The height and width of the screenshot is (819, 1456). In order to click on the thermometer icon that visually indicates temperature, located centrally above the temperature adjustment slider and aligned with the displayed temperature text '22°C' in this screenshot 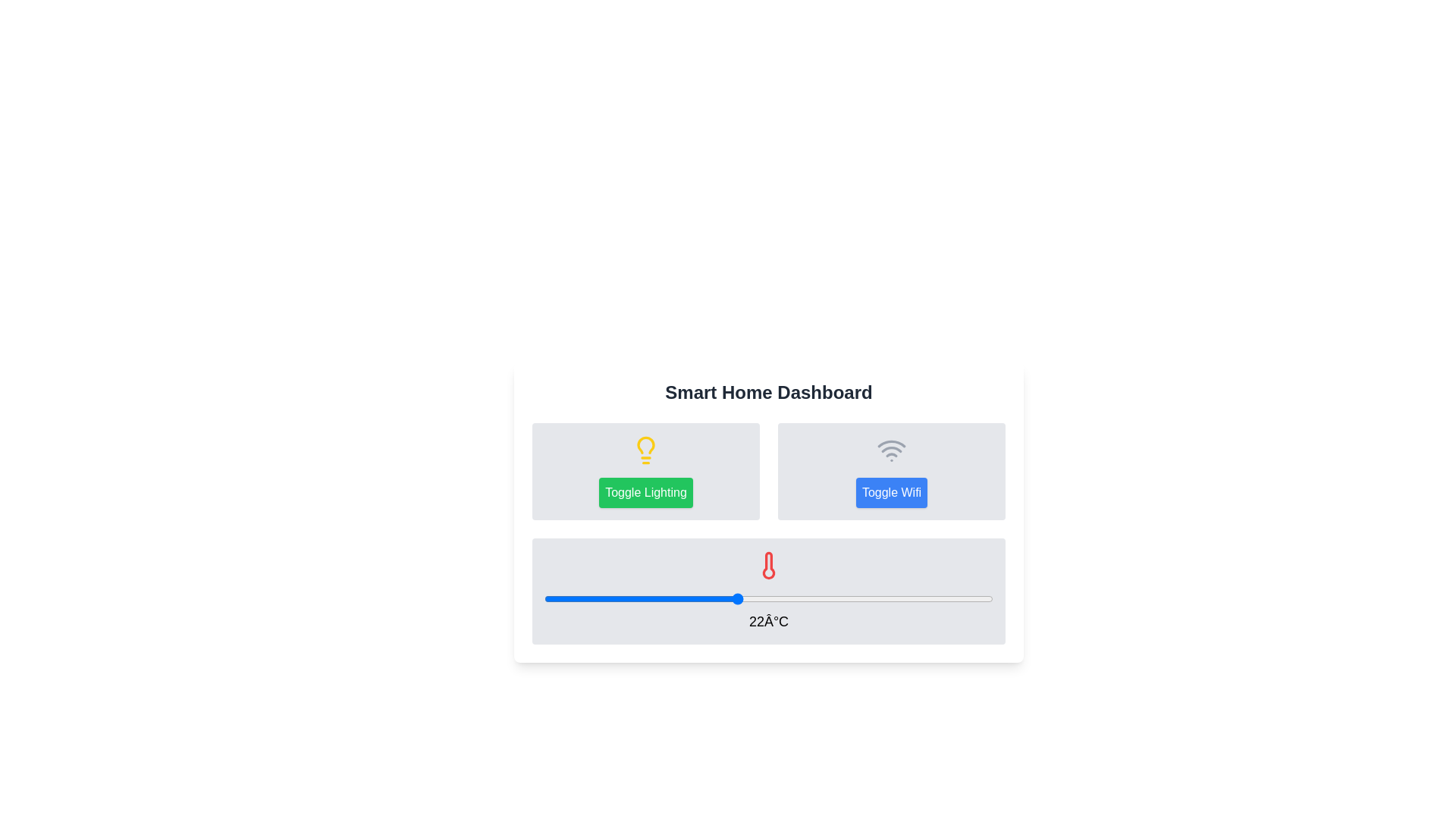, I will do `click(768, 565)`.